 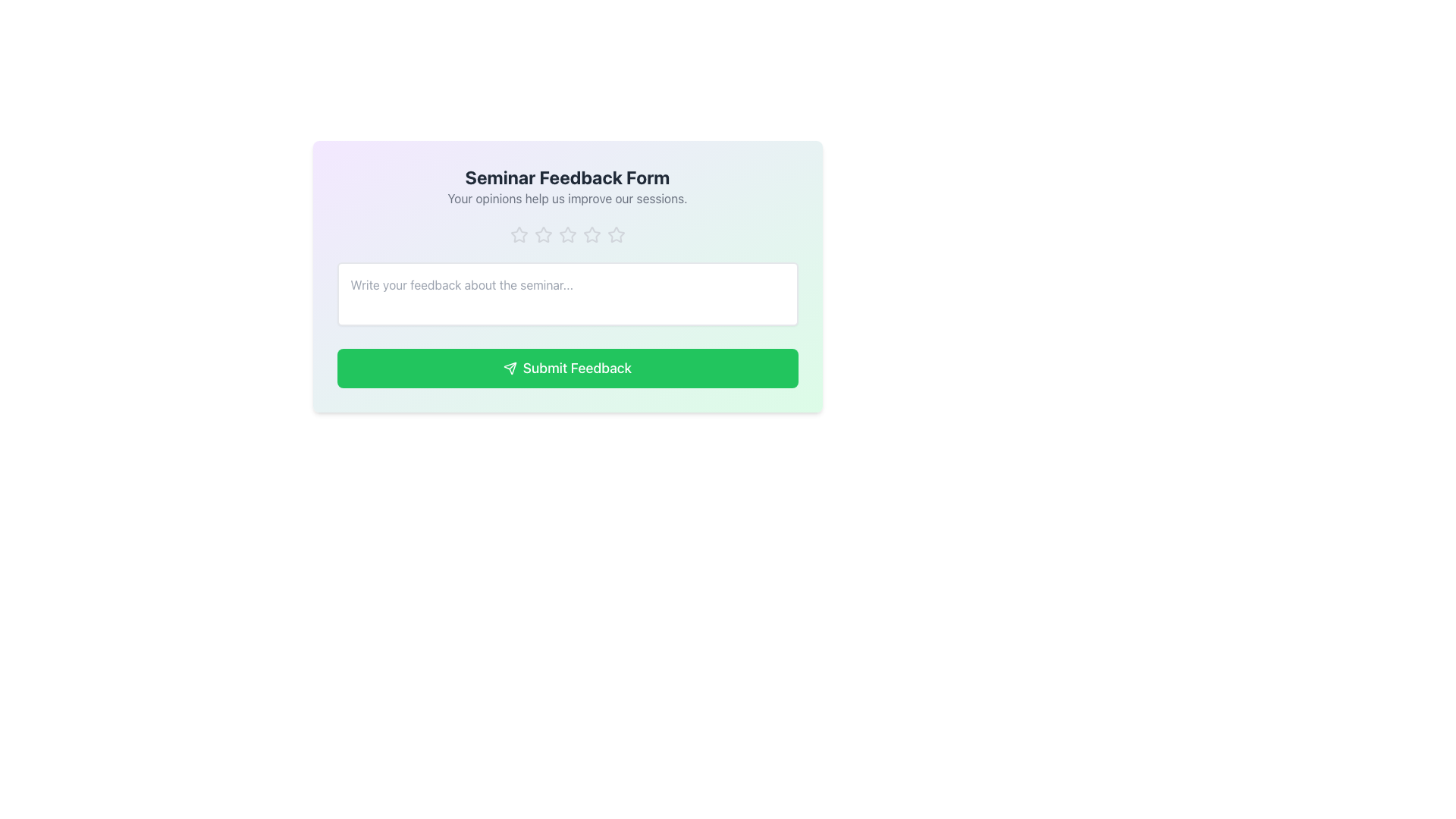 I want to click on the fifth star icon in the horizontal series of five stars, so click(x=616, y=234).